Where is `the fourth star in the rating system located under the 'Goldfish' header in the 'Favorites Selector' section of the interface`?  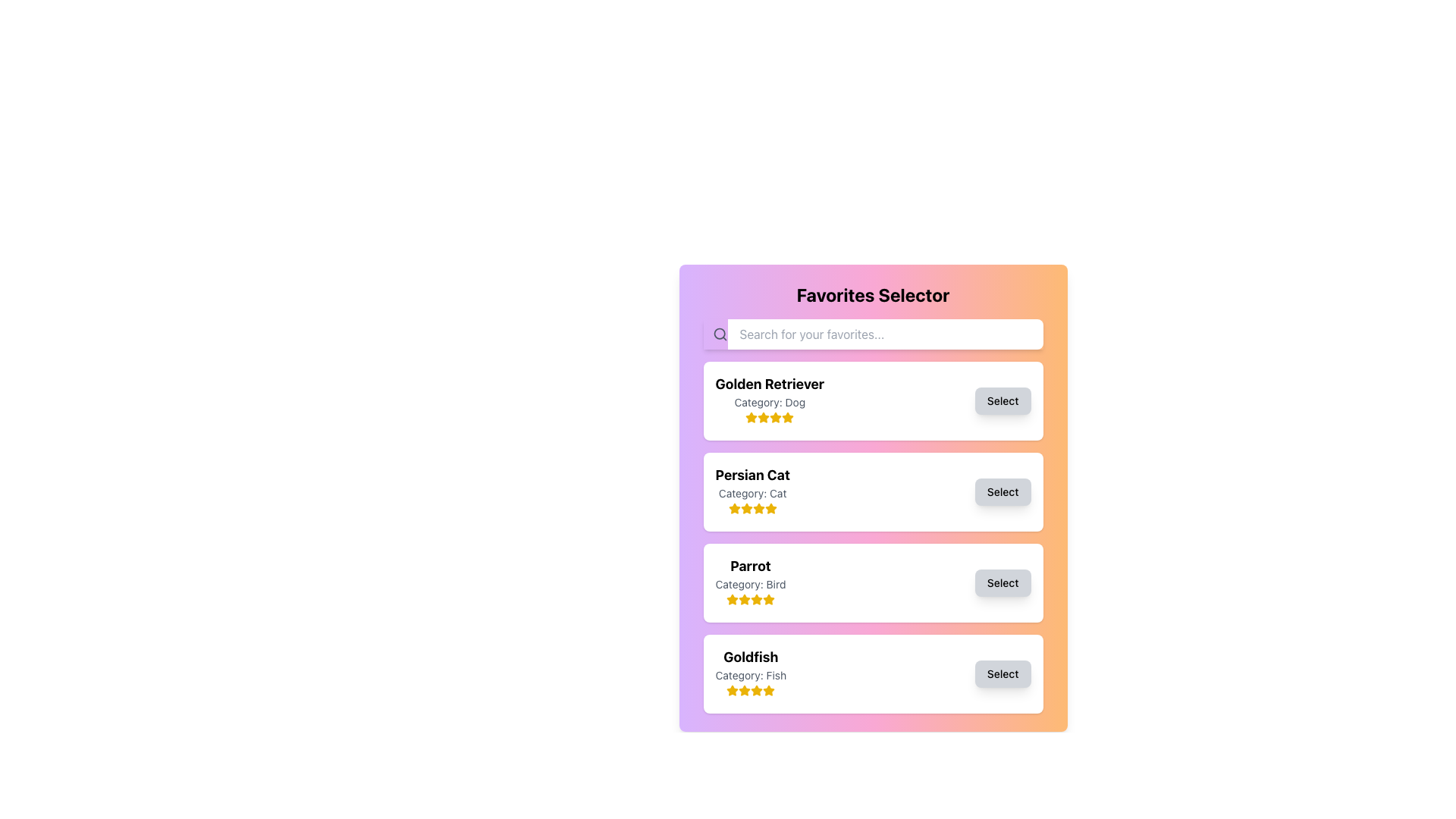
the fourth star in the rating system located under the 'Goldfish' header in the 'Favorites Selector' section of the interface is located at coordinates (751, 690).